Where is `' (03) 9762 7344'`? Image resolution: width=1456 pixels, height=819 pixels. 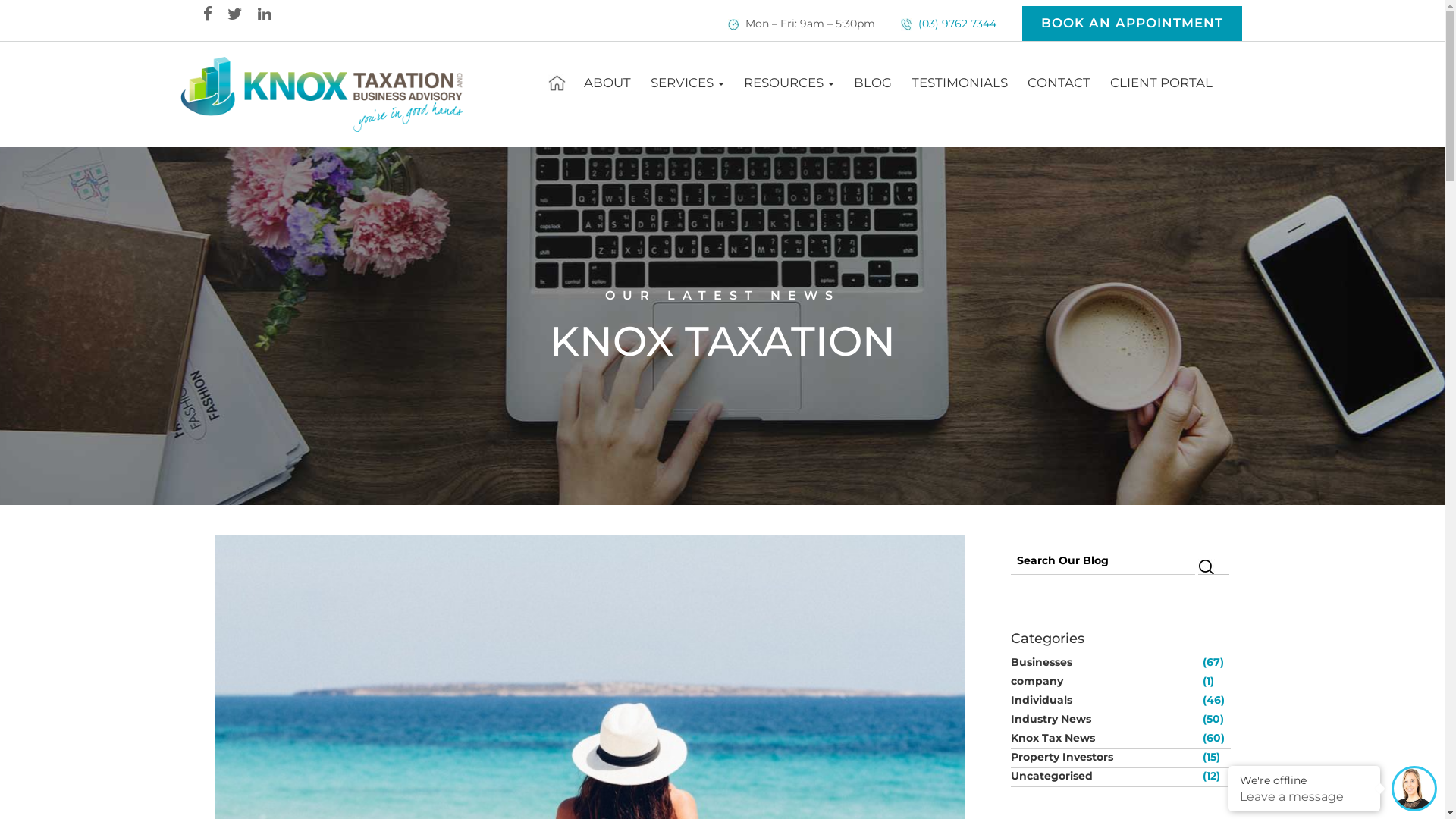 ' (03) 9762 7344' is located at coordinates (954, 23).